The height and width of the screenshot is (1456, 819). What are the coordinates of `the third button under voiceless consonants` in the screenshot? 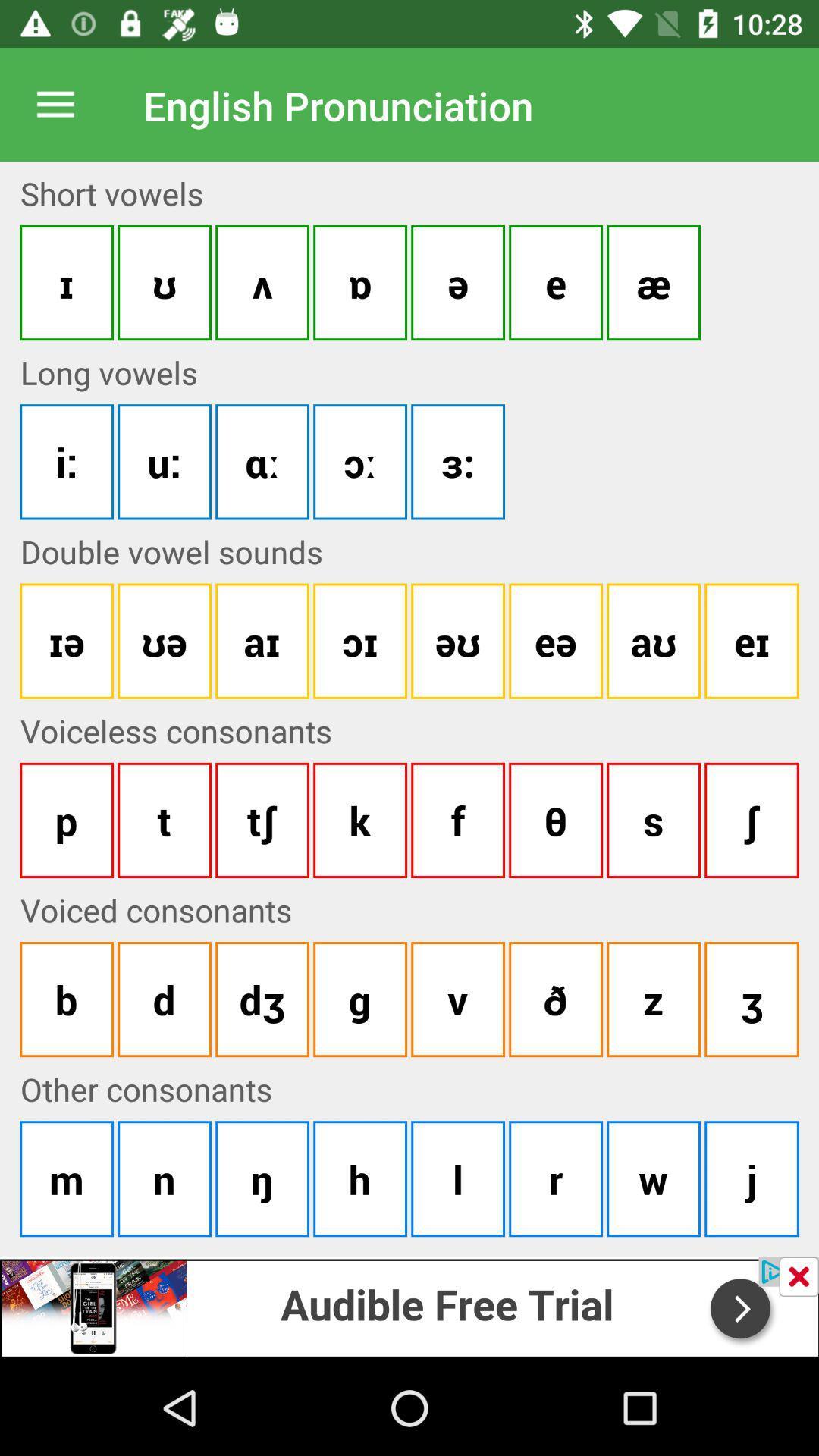 It's located at (262, 819).